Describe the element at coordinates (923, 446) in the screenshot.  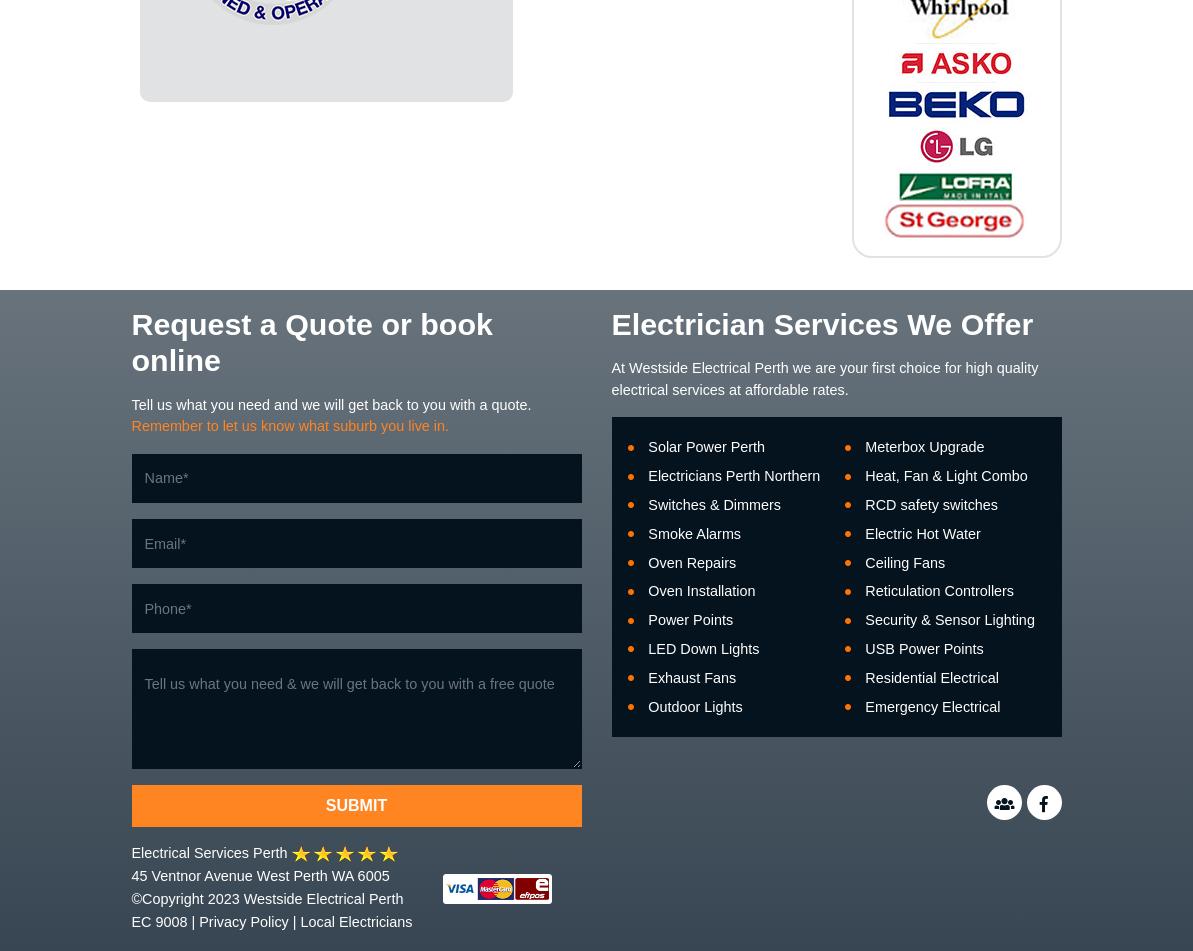
I see `'Meterbox Upgrade'` at that location.